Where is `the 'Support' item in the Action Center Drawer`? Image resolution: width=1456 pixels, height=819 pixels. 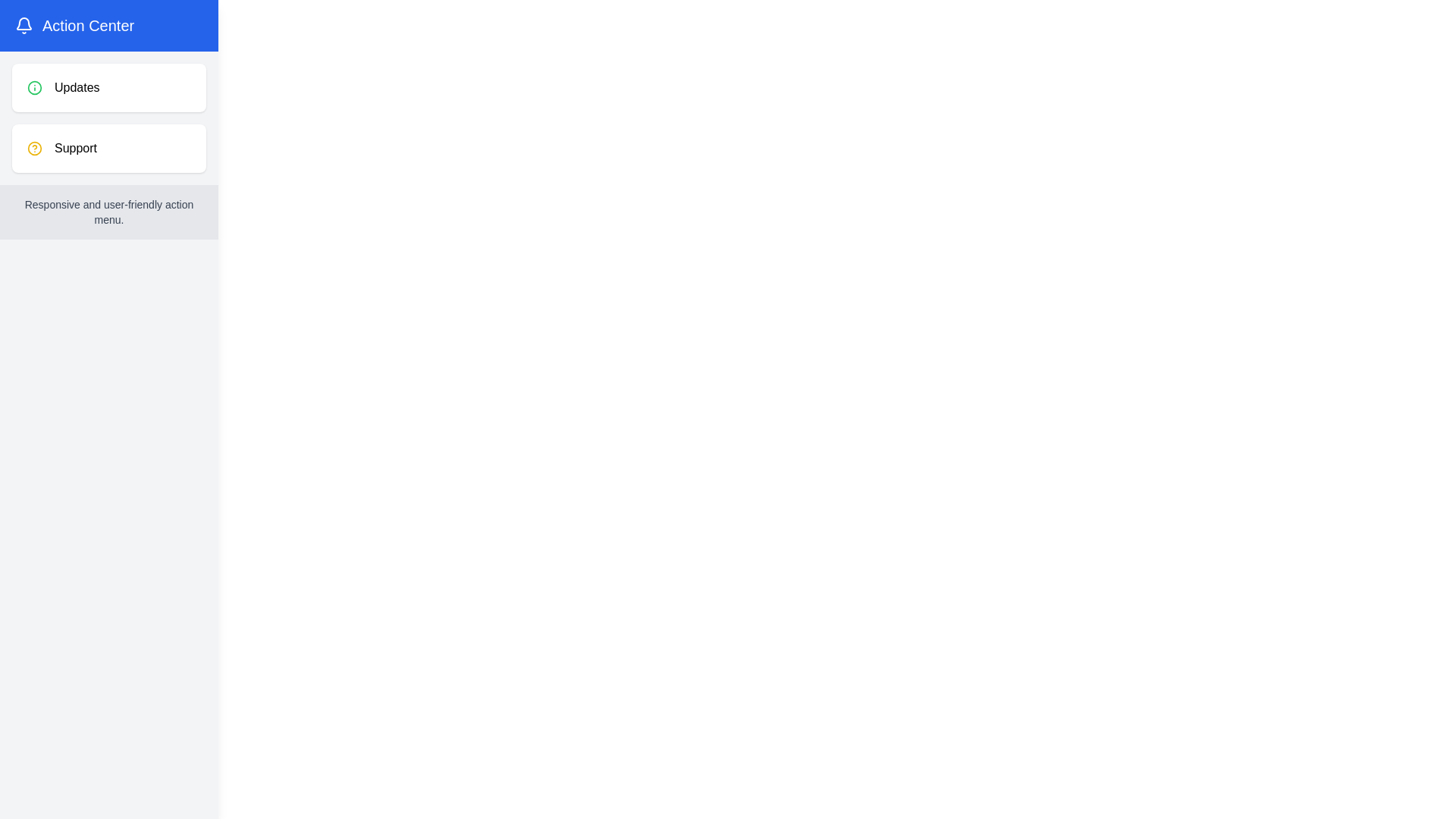
the 'Support' item in the Action Center Drawer is located at coordinates (108, 149).